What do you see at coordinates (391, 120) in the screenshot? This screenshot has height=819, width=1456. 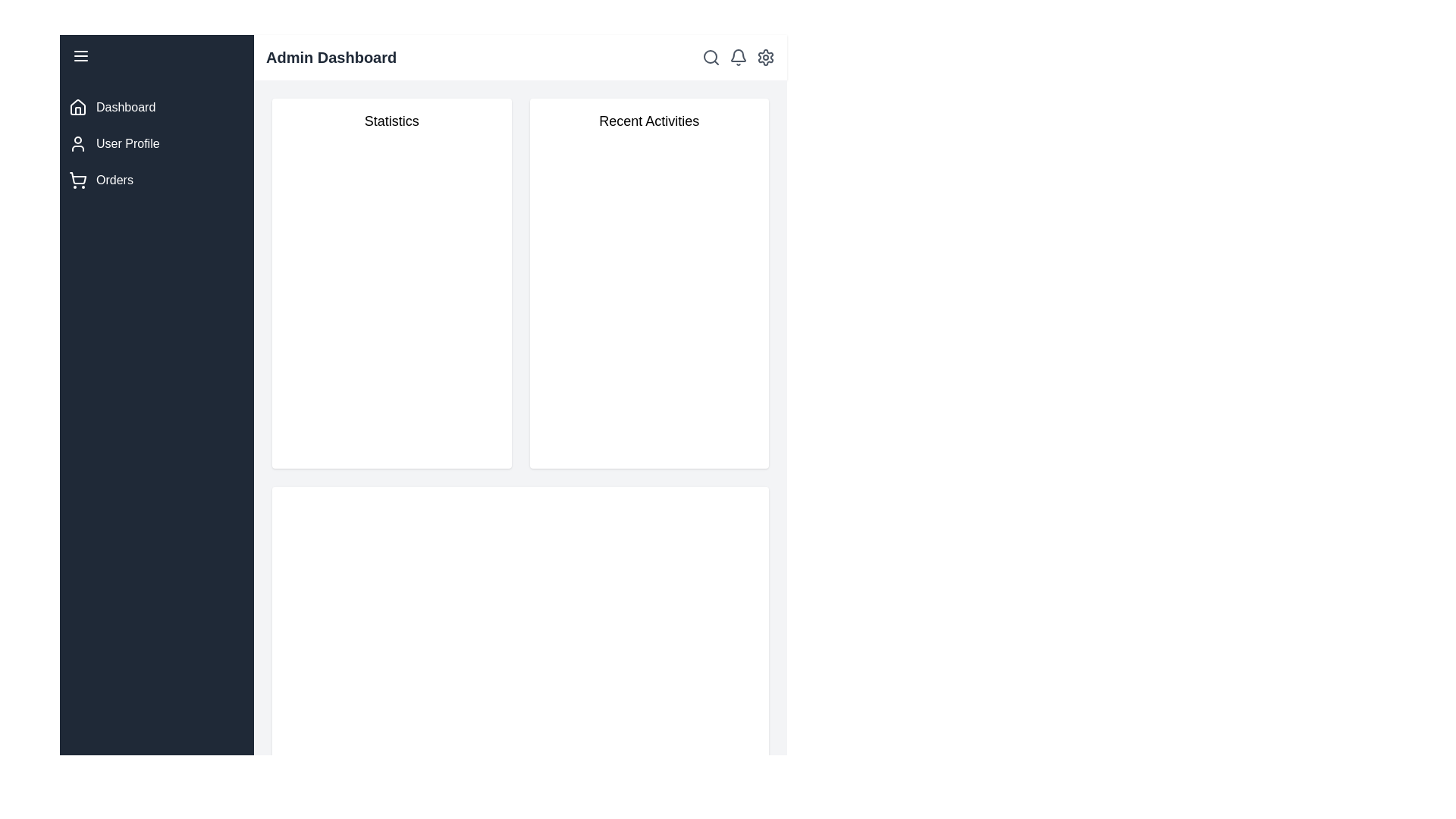 I see `the static text label displaying 'Statistics', which is located within the left white card under the 'Admin Dashboard' header` at bounding box center [391, 120].